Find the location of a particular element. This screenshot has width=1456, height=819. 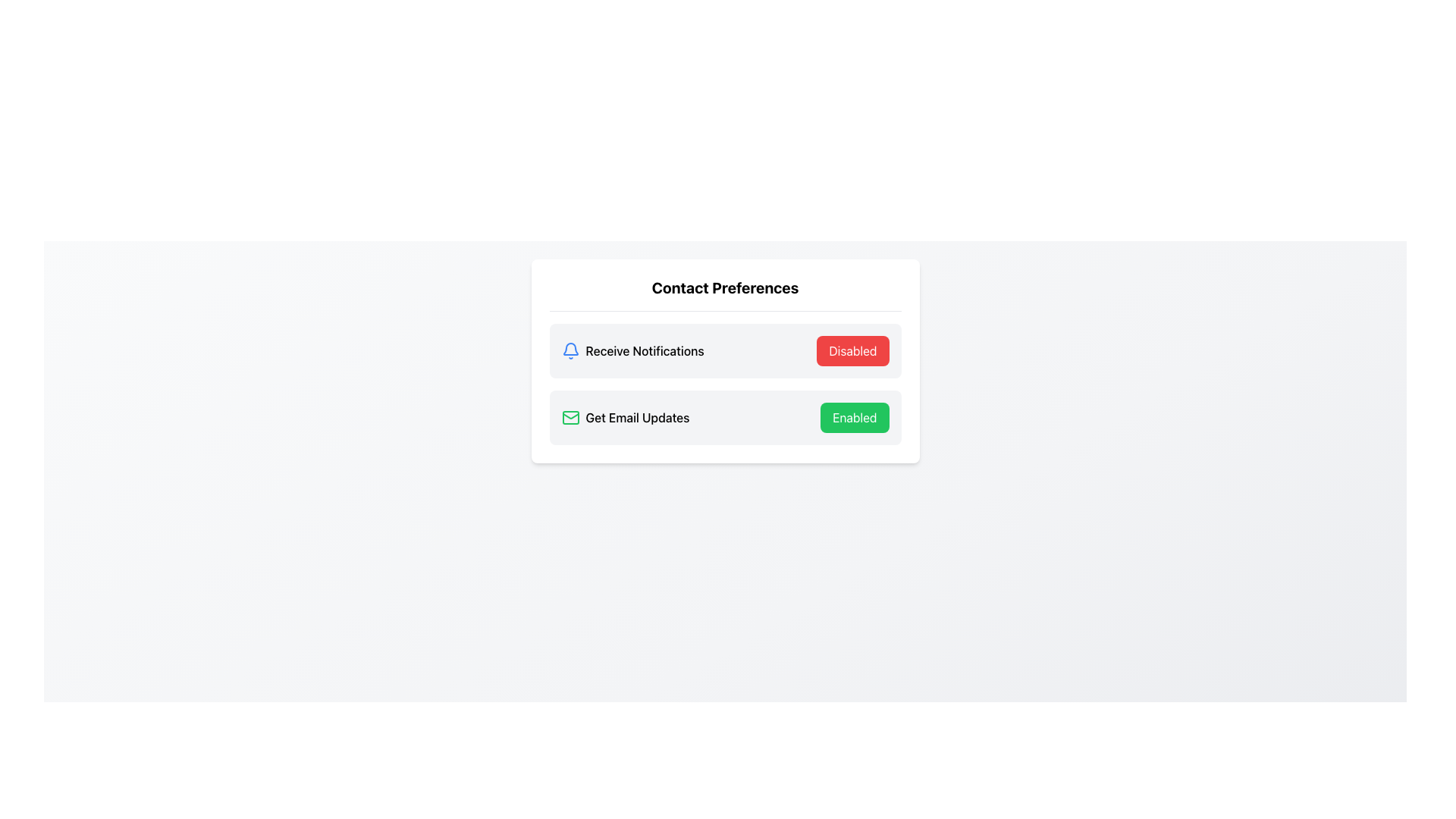

the text label that describes the user preference option for opting into email updates, located in the 'Contact Preferences' section, next to the green mail icon and the green button labeled 'Enabled' is located at coordinates (637, 418).